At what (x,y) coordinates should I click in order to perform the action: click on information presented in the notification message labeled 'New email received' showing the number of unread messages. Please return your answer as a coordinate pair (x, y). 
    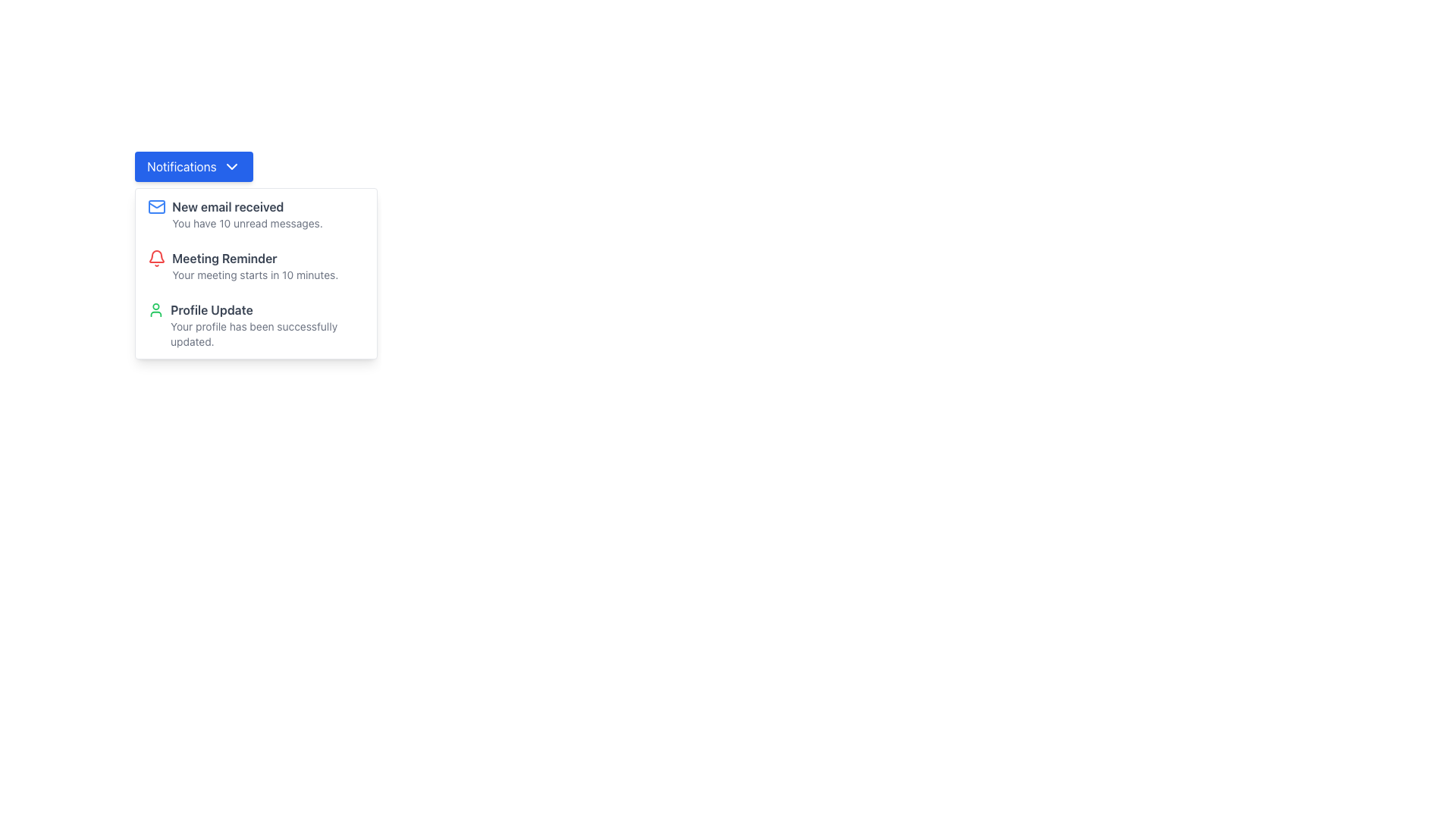
    Looking at the image, I should click on (247, 214).